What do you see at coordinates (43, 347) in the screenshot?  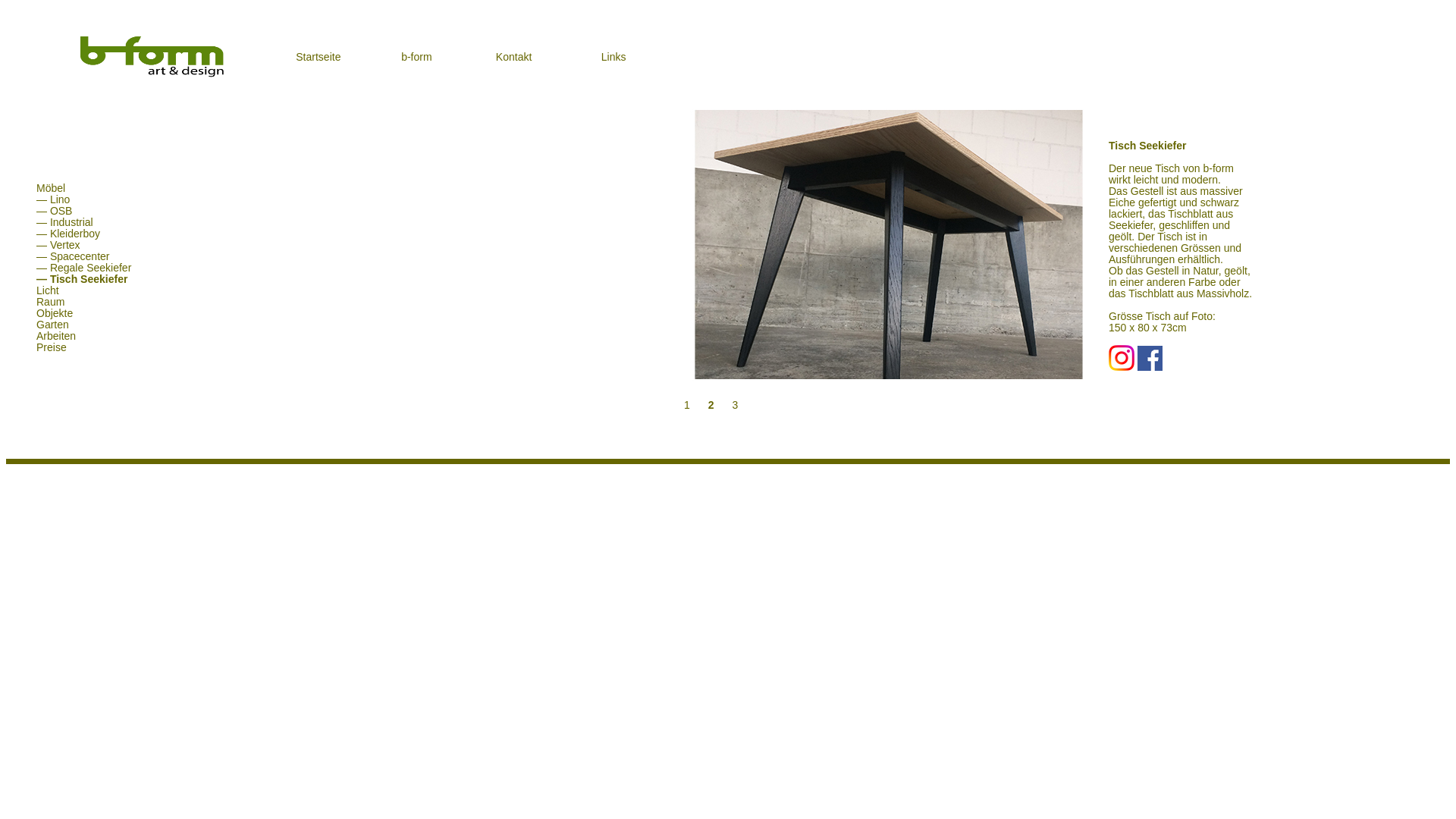 I see `'Preise'` at bounding box center [43, 347].